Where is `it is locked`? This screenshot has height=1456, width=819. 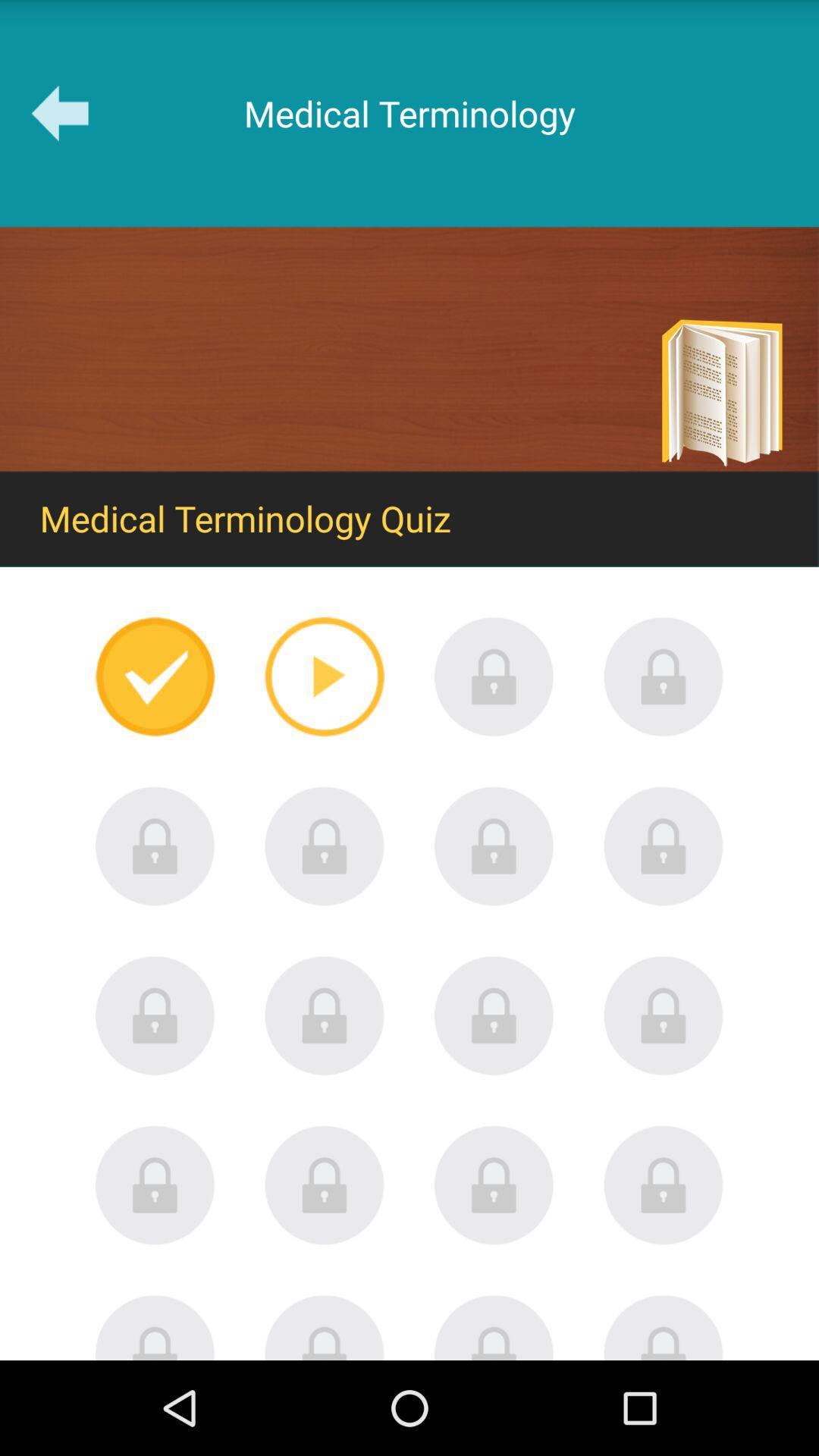 it is locked is located at coordinates (155, 1185).